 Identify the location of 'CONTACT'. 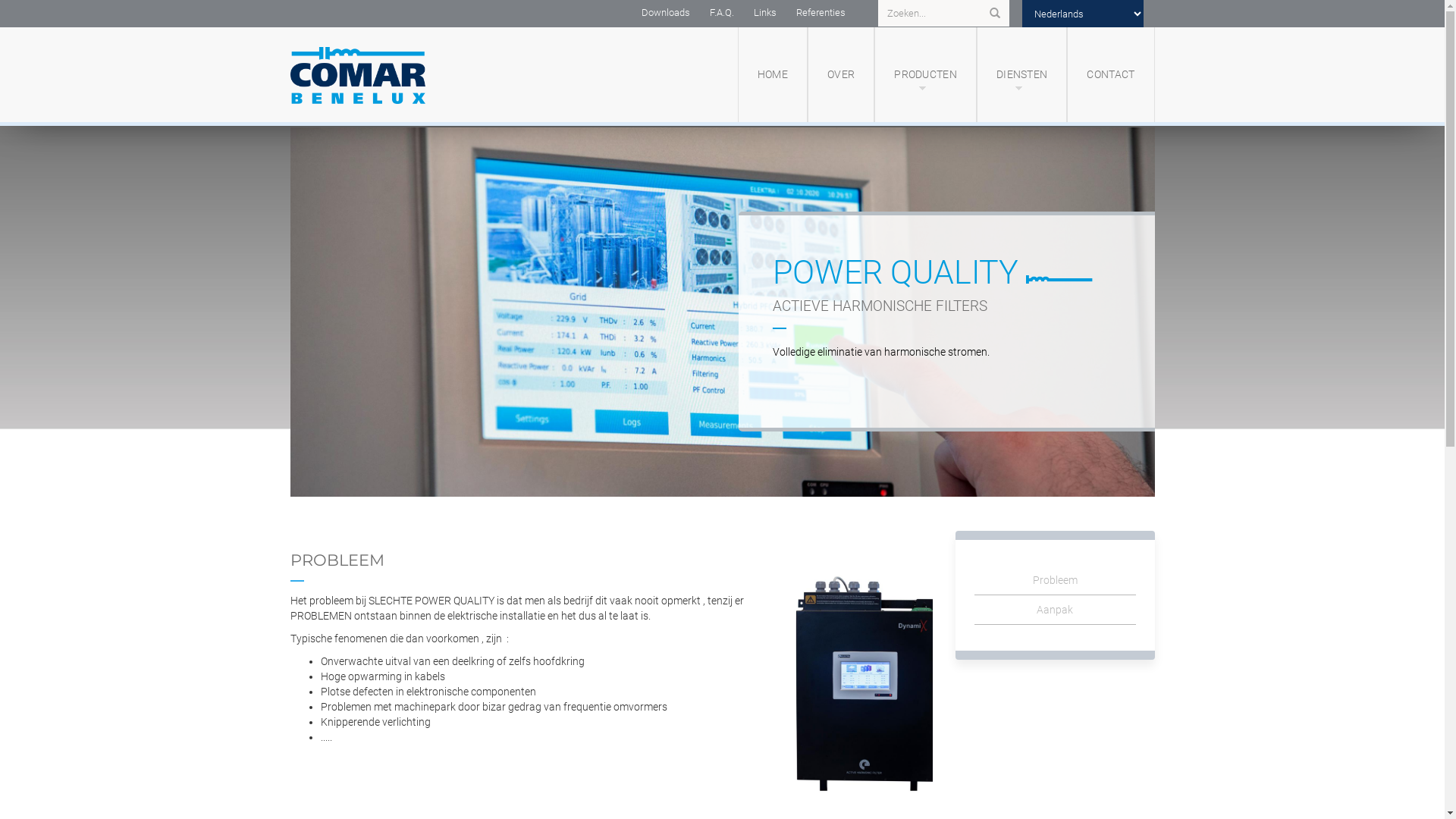
(1110, 74).